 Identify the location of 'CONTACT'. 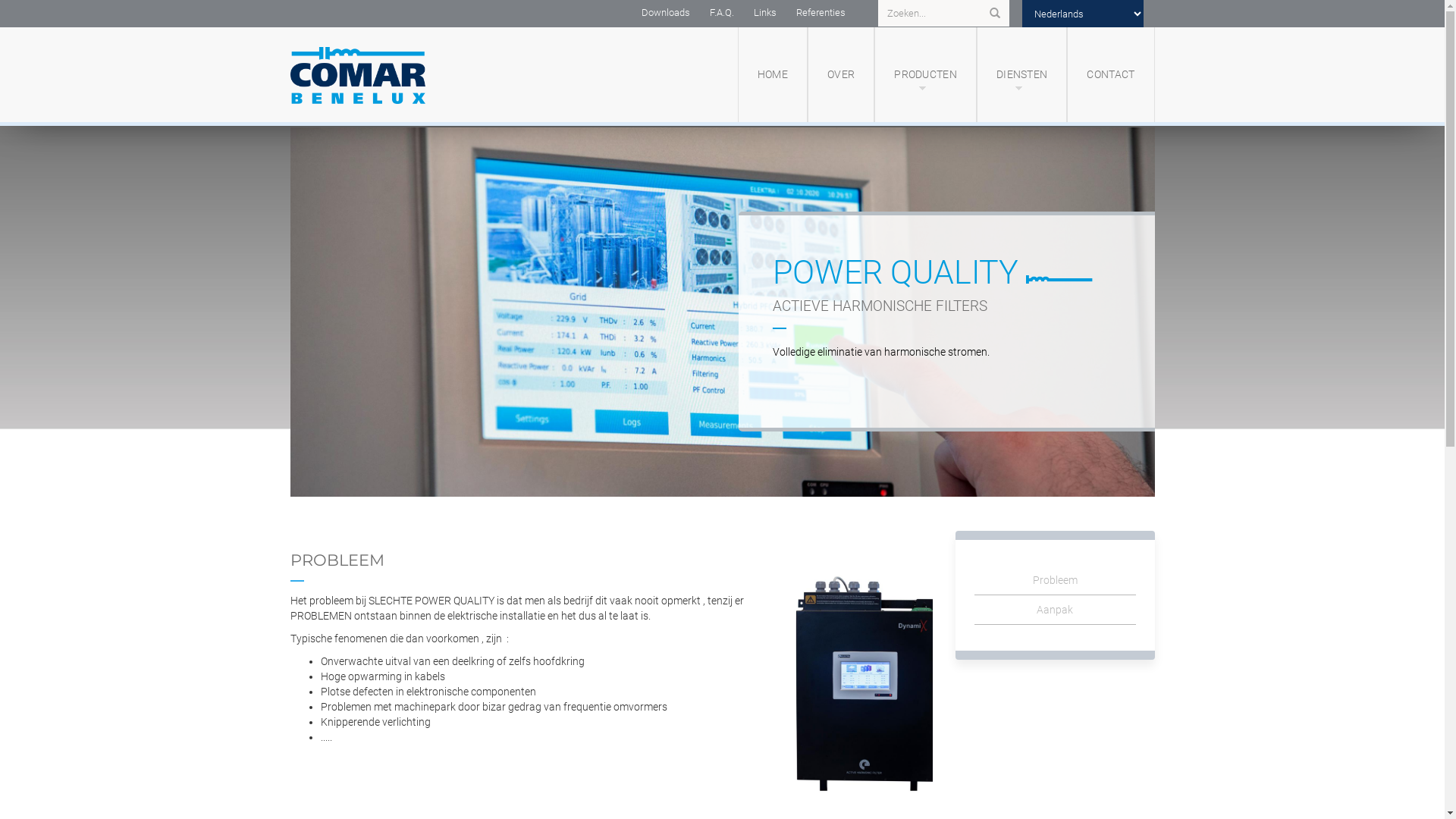
(1110, 74).